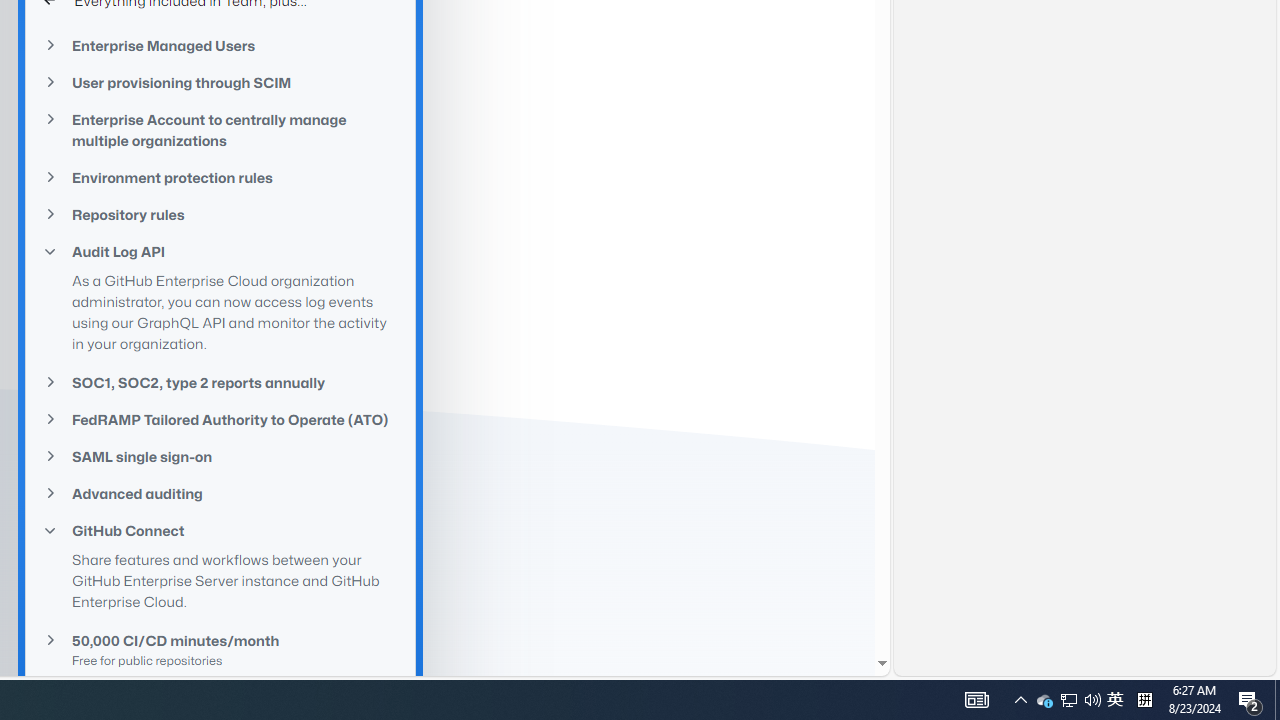 Image resolution: width=1280 pixels, height=720 pixels. What do you see at coordinates (220, 456) in the screenshot?
I see `'SAML single sign-on'` at bounding box center [220, 456].